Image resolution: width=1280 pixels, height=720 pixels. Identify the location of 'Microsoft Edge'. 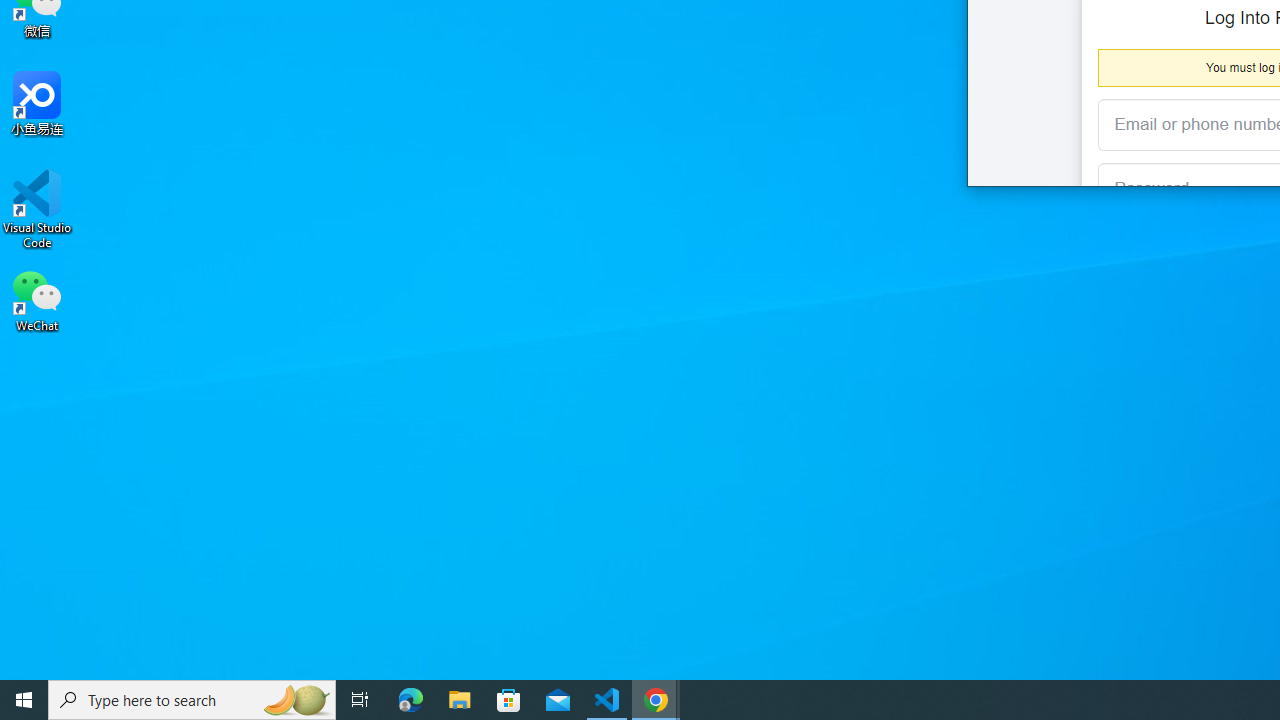
(410, 698).